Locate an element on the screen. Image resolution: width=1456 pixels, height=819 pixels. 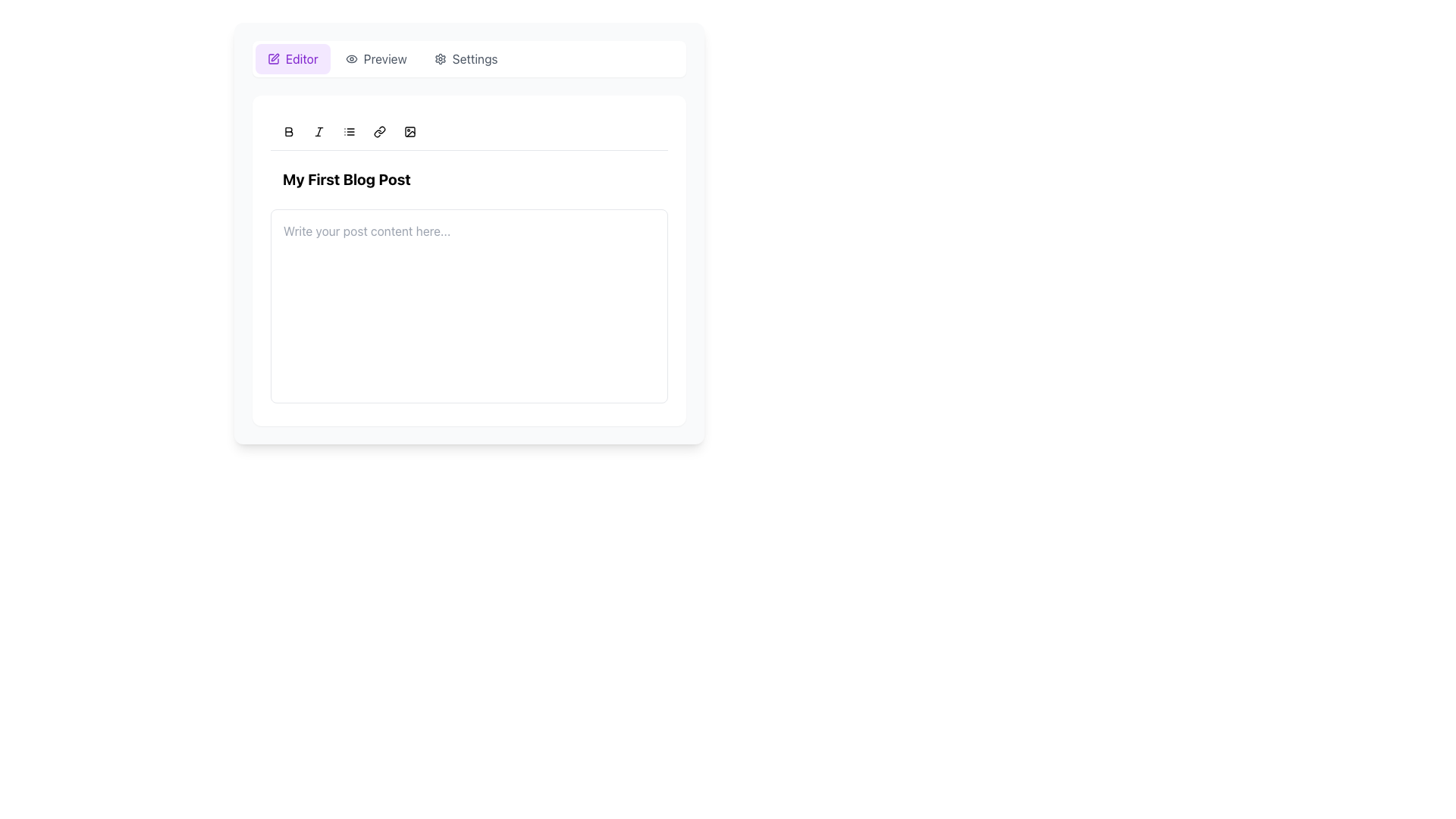
the italic 'I' icon button located in the text formatting section of the blog editor interface to apply italic formatting is located at coordinates (318, 130).